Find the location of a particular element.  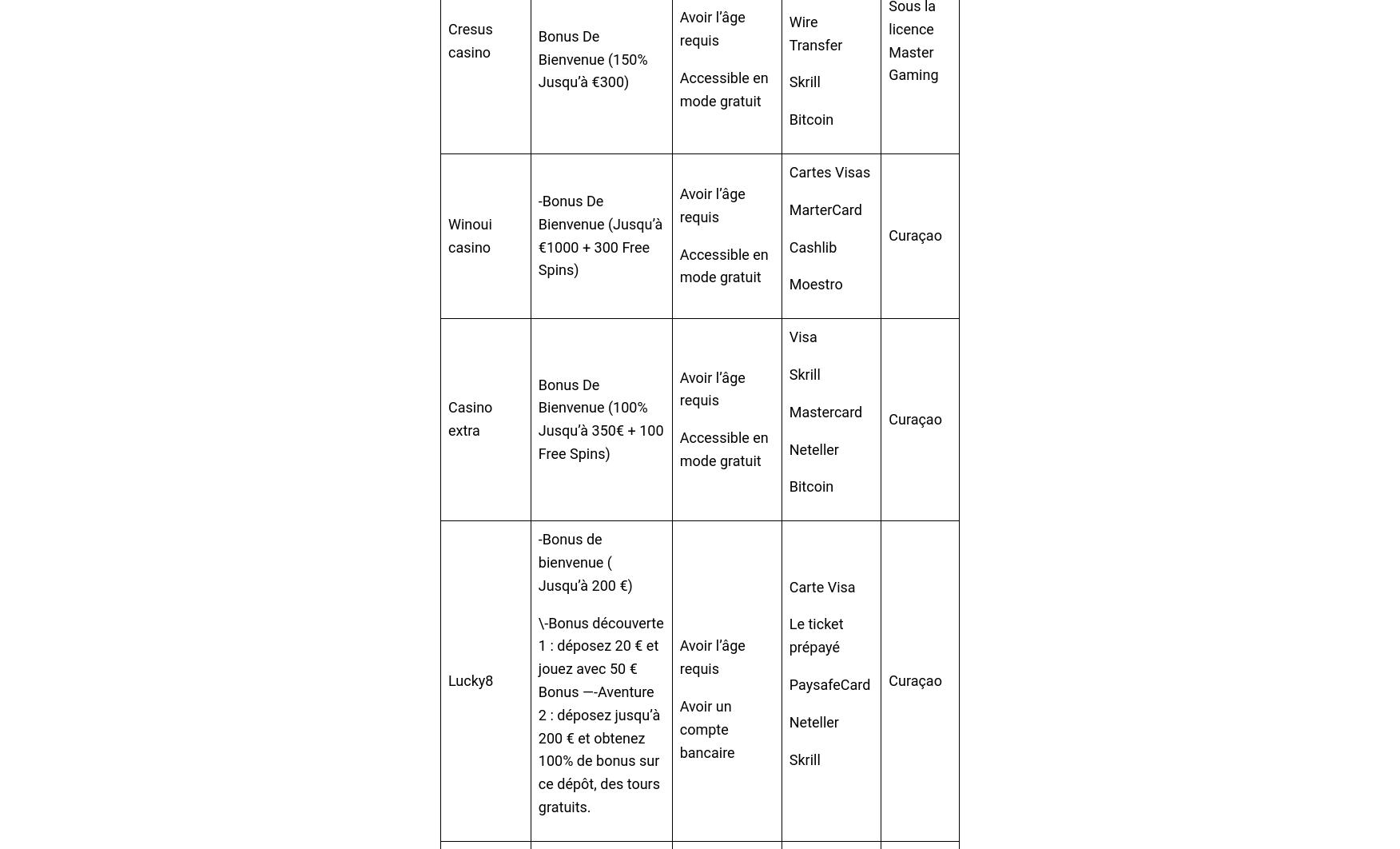

'Le ticket prépayé' is located at coordinates (815, 636).